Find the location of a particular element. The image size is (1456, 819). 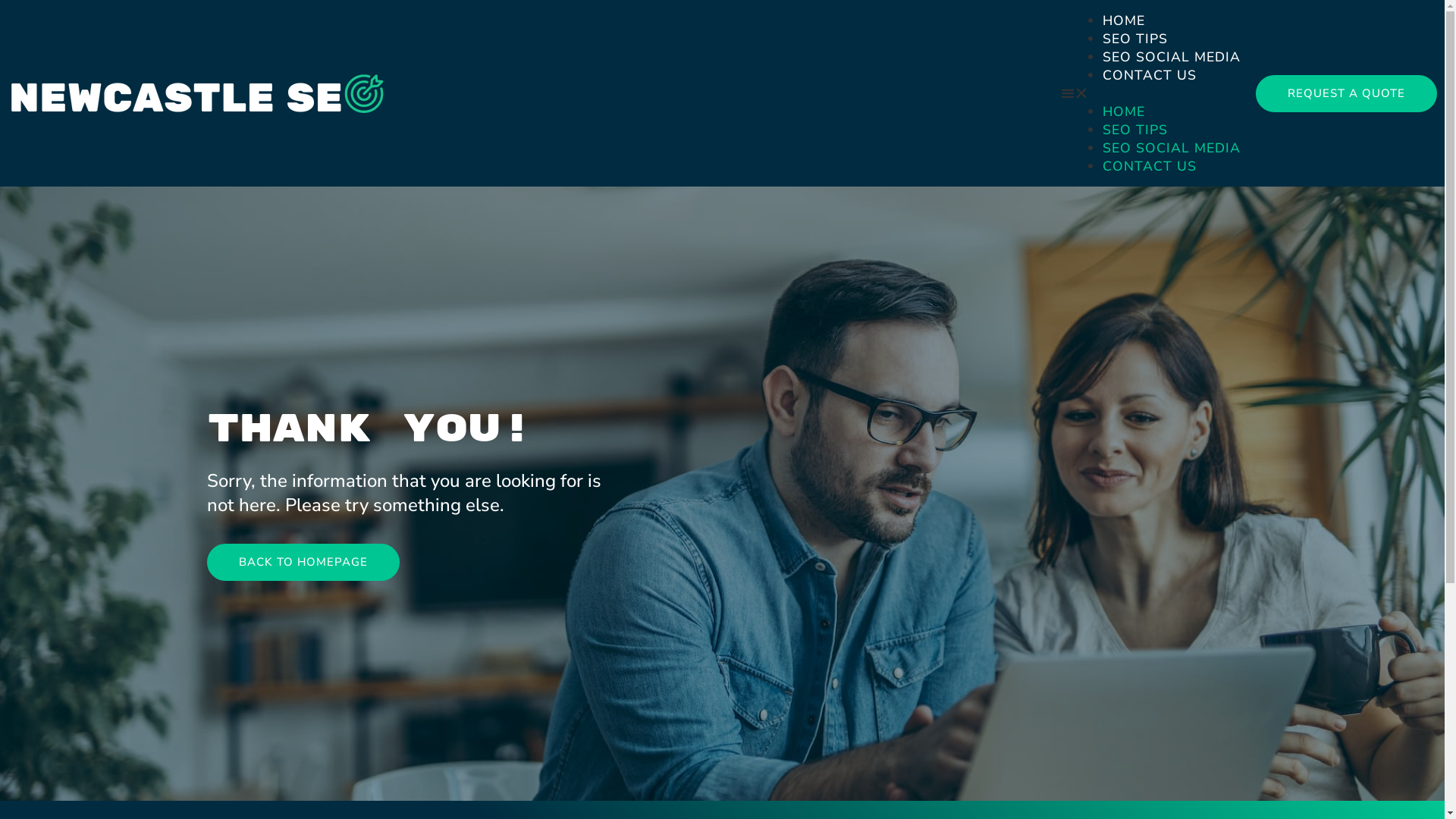

'HOME' is located at coordinates (1124, 110).